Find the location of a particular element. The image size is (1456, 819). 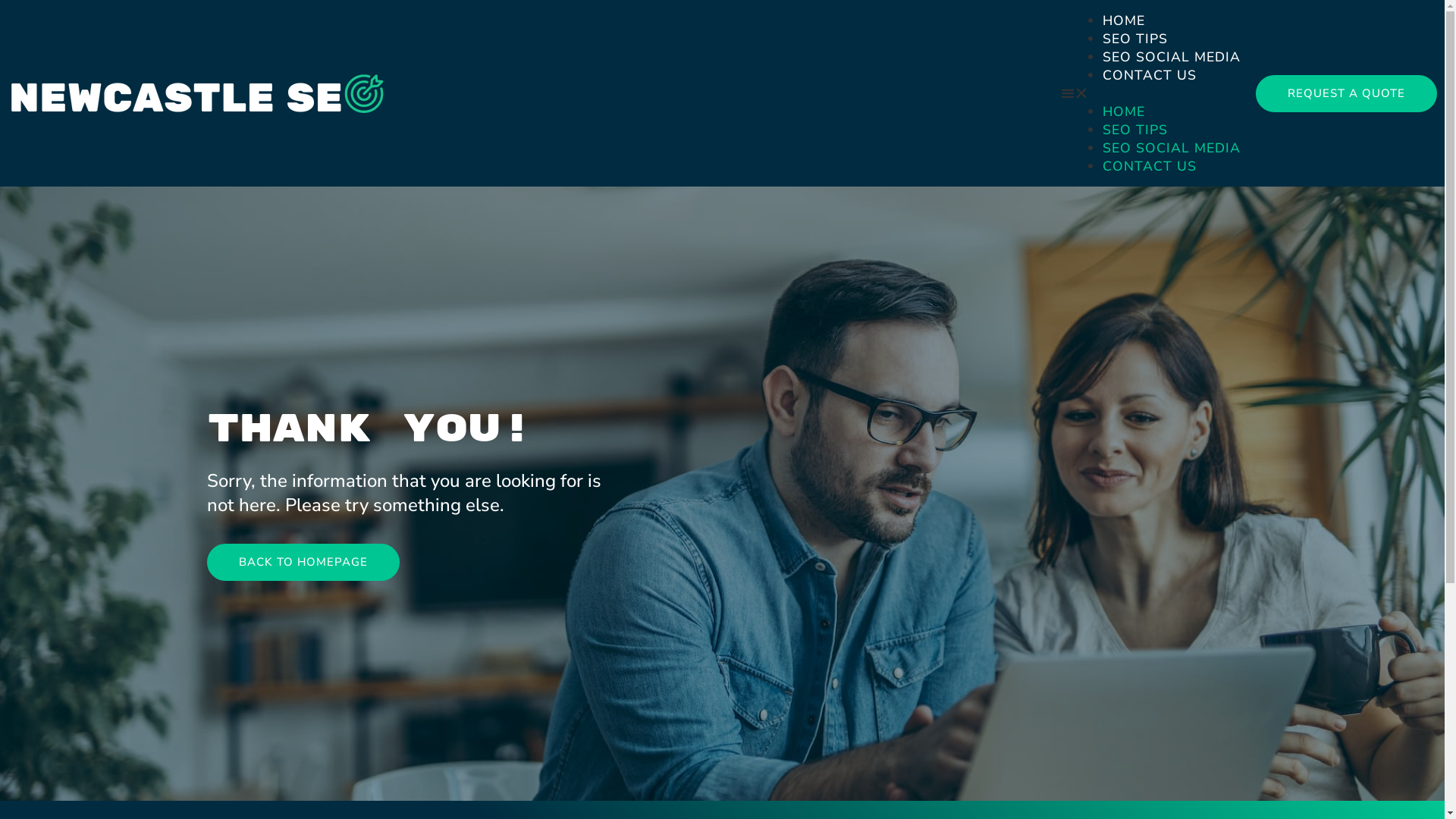

'HOME' is located at coordinates (1124, 110).